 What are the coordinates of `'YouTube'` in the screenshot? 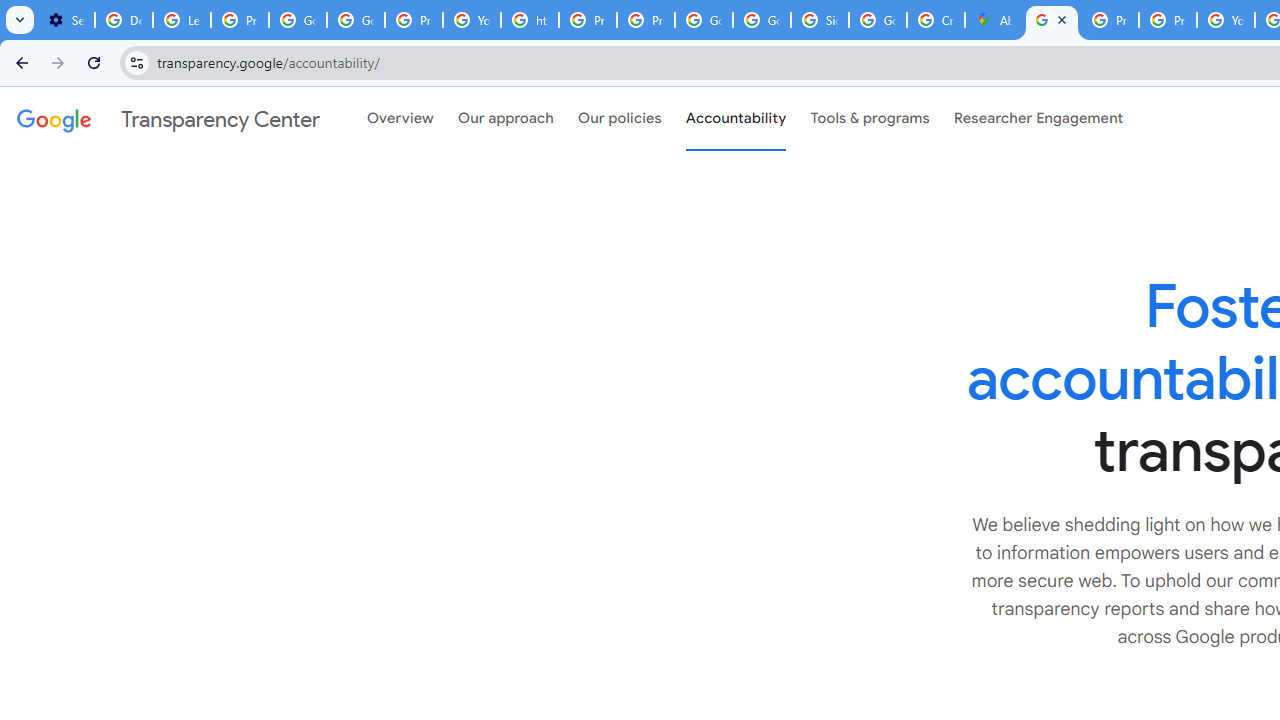 It's located at (470, 20).